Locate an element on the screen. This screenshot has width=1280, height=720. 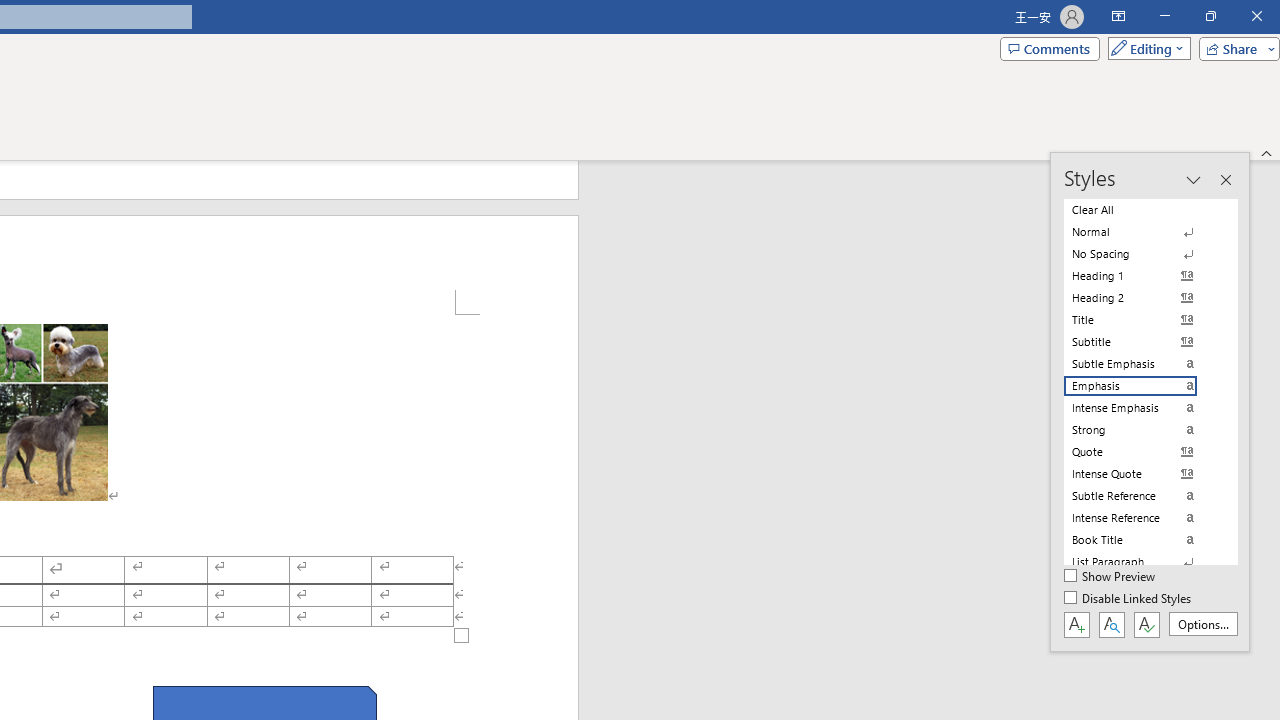
'No Spacing' is located at coordinates (1142, 253).